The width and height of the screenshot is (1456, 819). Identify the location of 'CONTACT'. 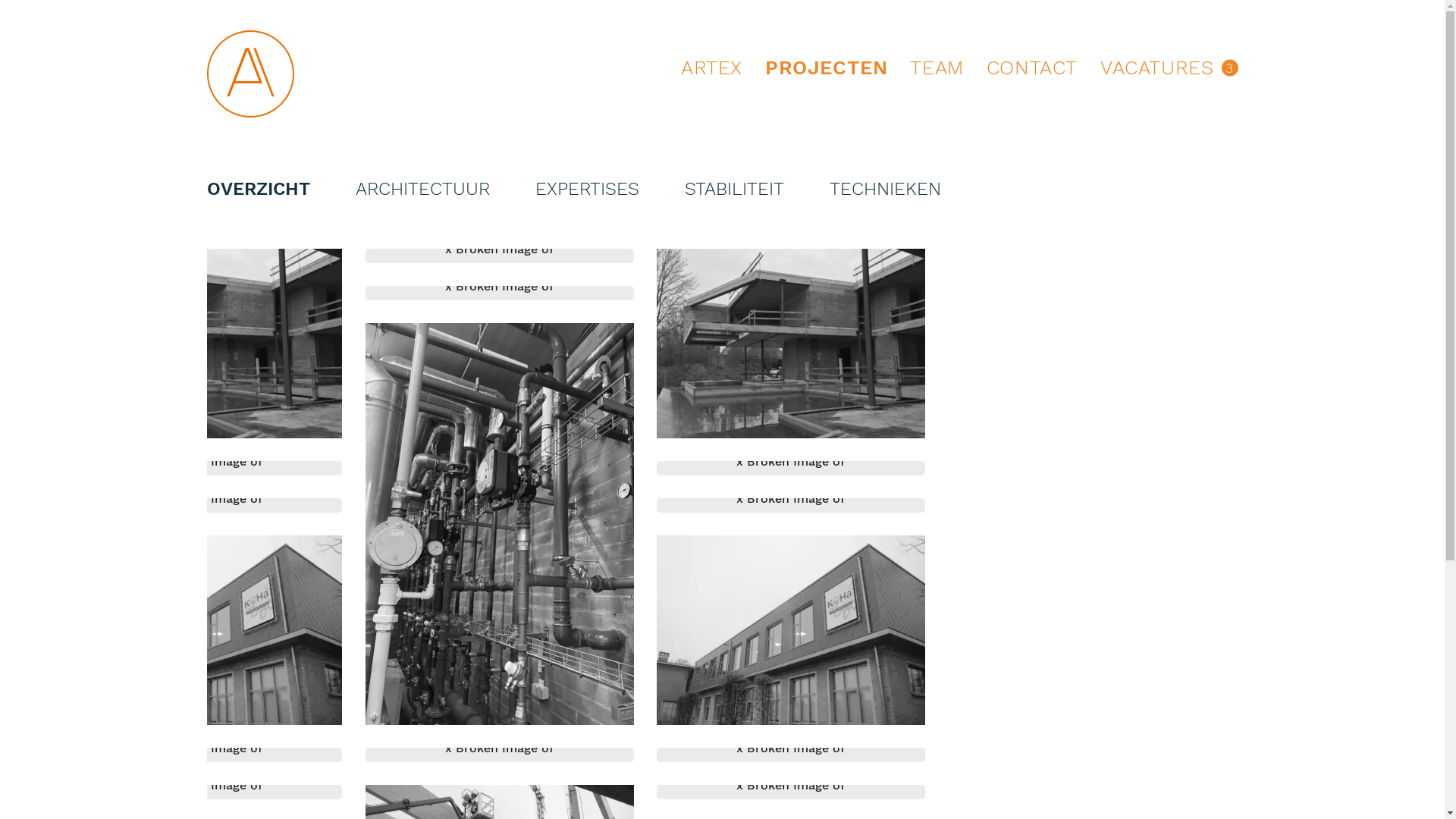
(1031, 71).